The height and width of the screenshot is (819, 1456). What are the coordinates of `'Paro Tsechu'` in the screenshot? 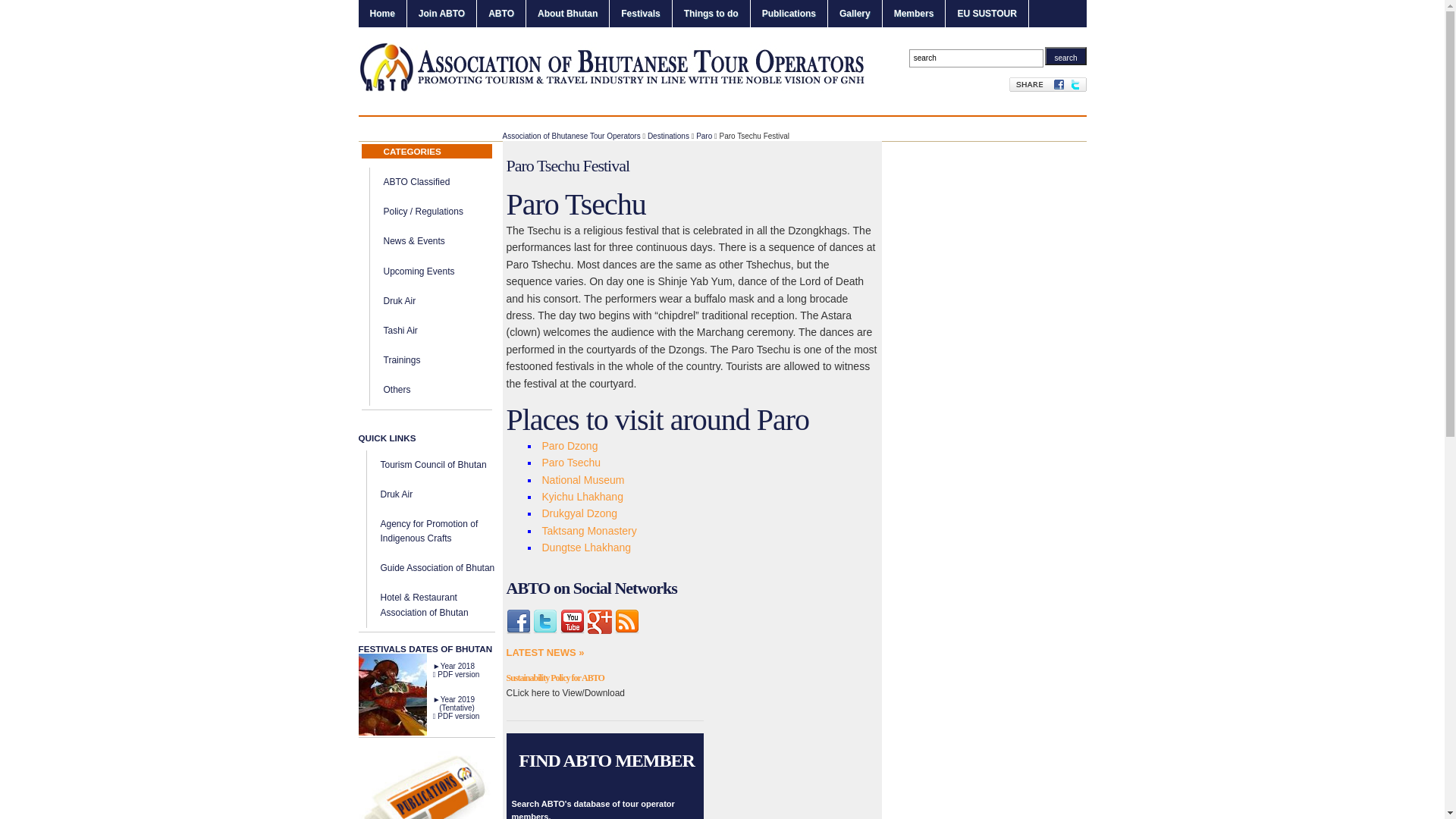 It's located at (570, 461).